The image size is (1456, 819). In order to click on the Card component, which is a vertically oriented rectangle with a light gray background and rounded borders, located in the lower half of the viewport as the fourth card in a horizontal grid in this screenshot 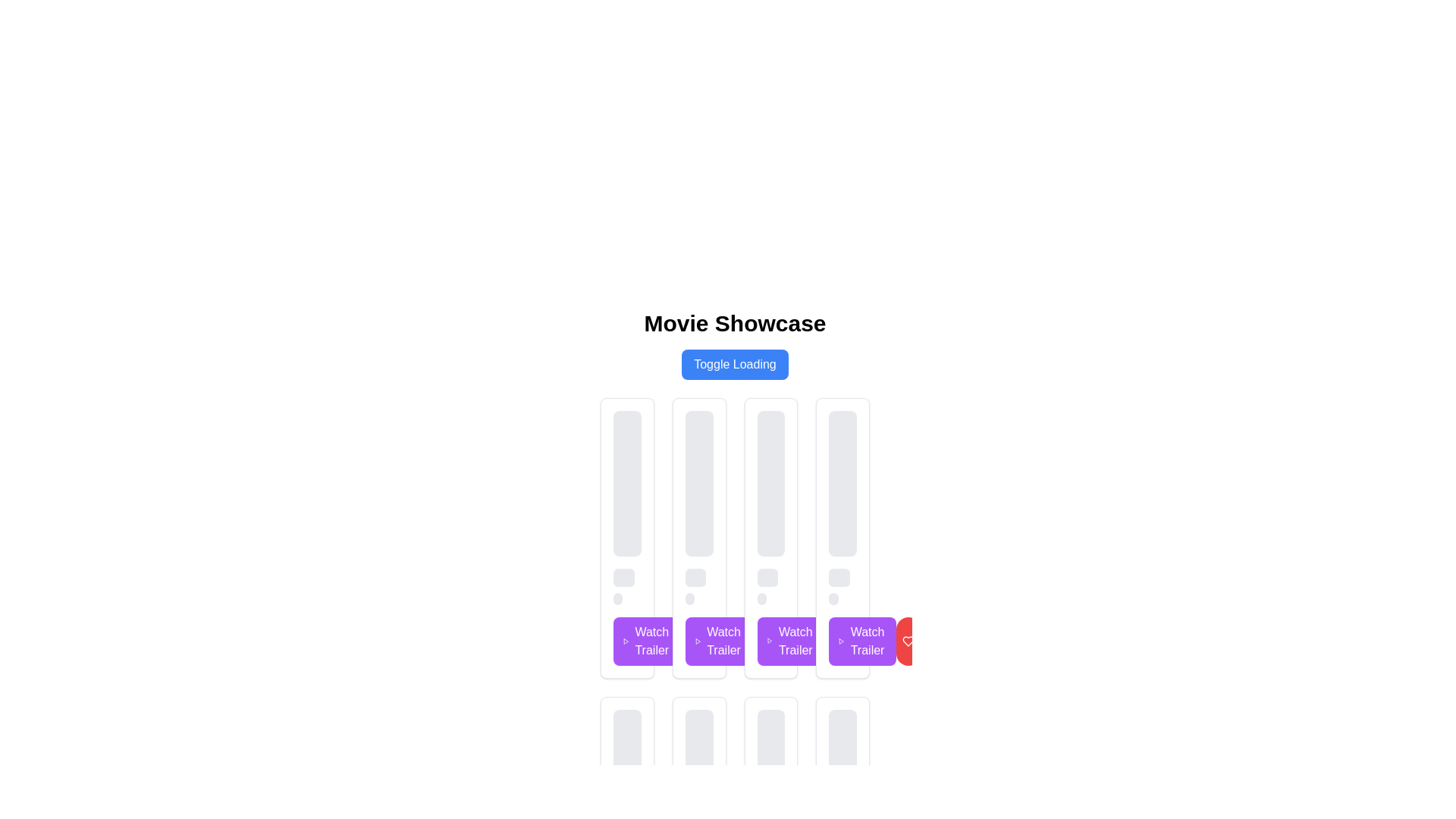, I will do `click(842, 537)`.